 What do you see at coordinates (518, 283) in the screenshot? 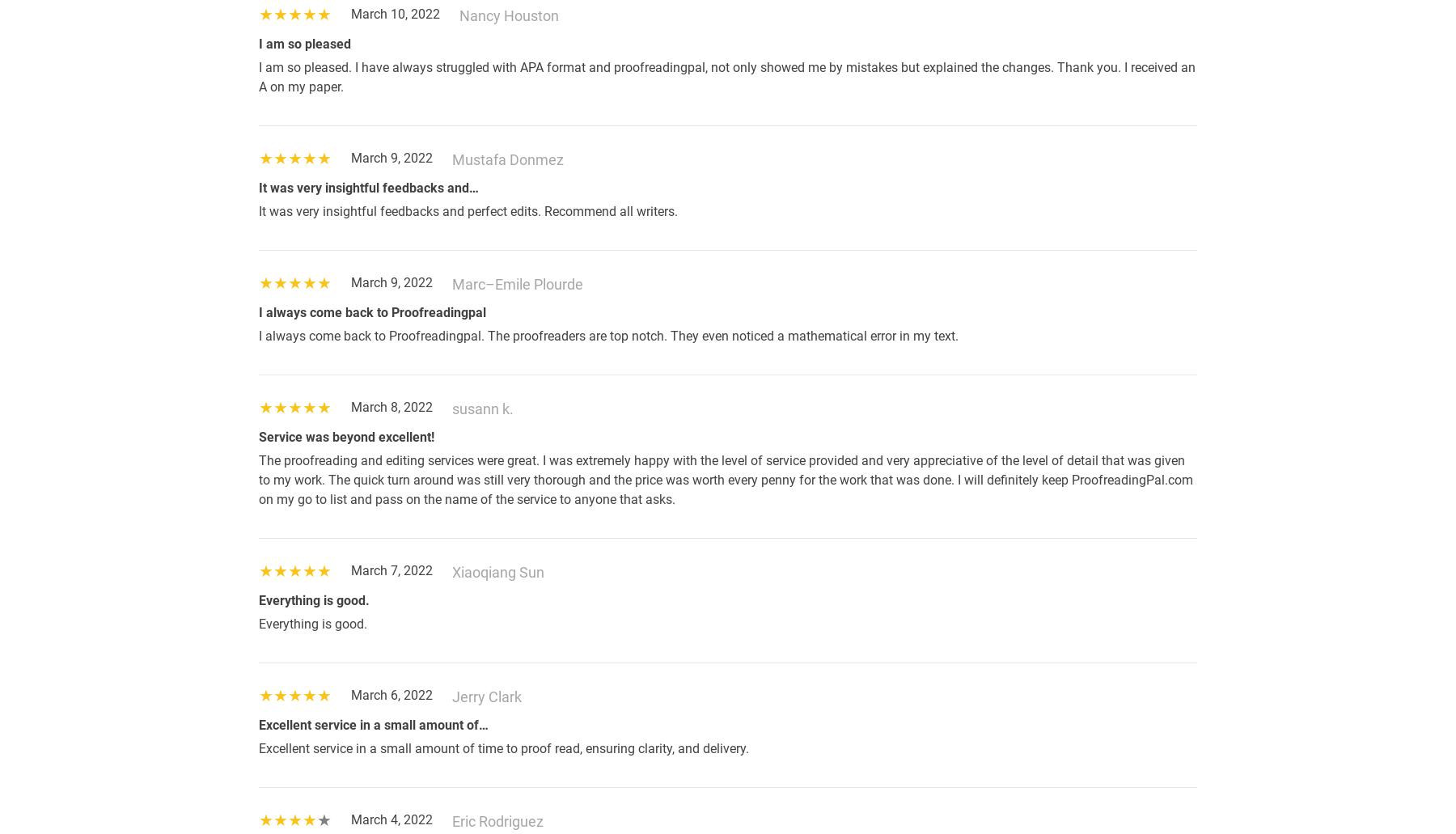
I see `'Marc–Emile Plourde'` at bounding box center [518, 283].